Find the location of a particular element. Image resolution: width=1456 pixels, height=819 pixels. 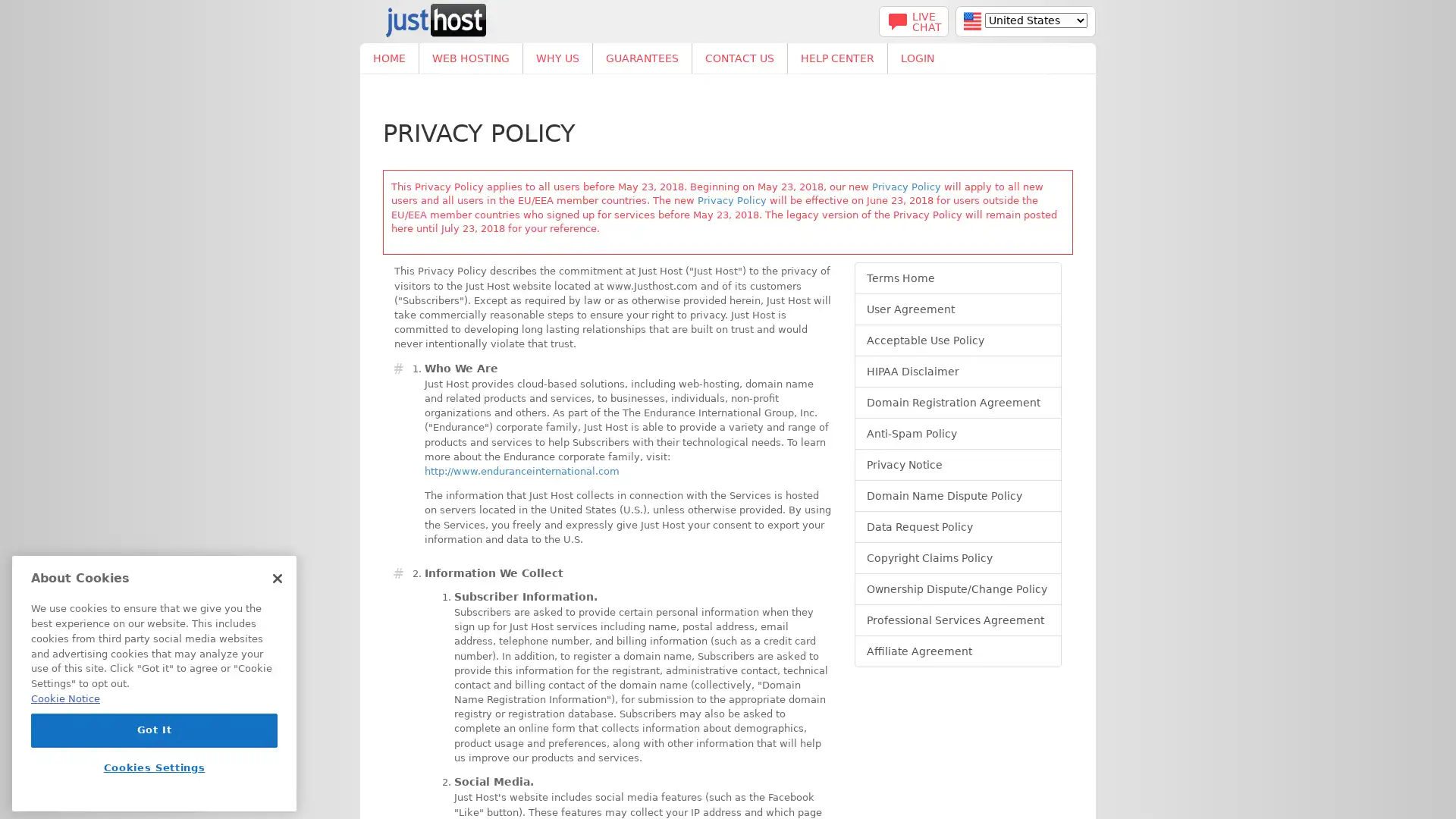

Close is located at coordinates (277, 579).